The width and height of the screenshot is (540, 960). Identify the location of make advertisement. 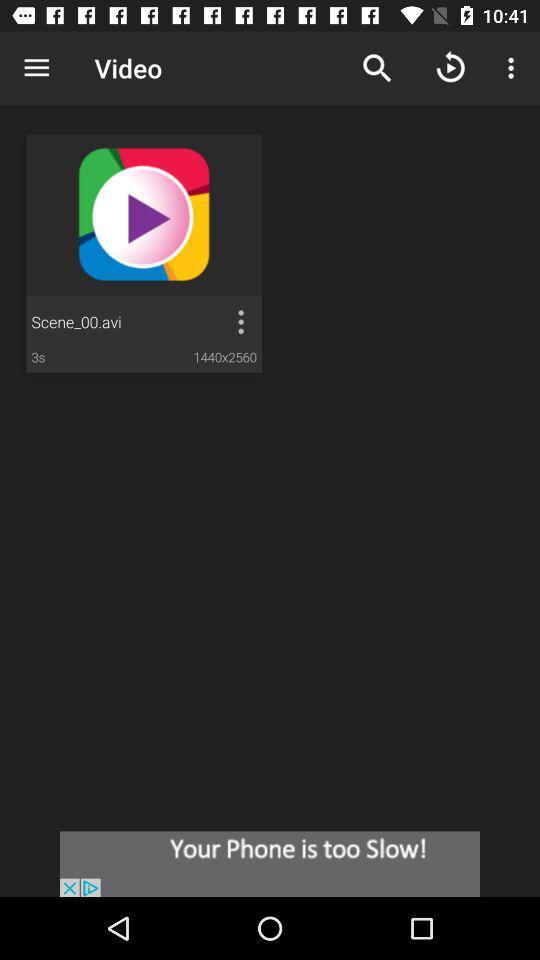
(270, 863).